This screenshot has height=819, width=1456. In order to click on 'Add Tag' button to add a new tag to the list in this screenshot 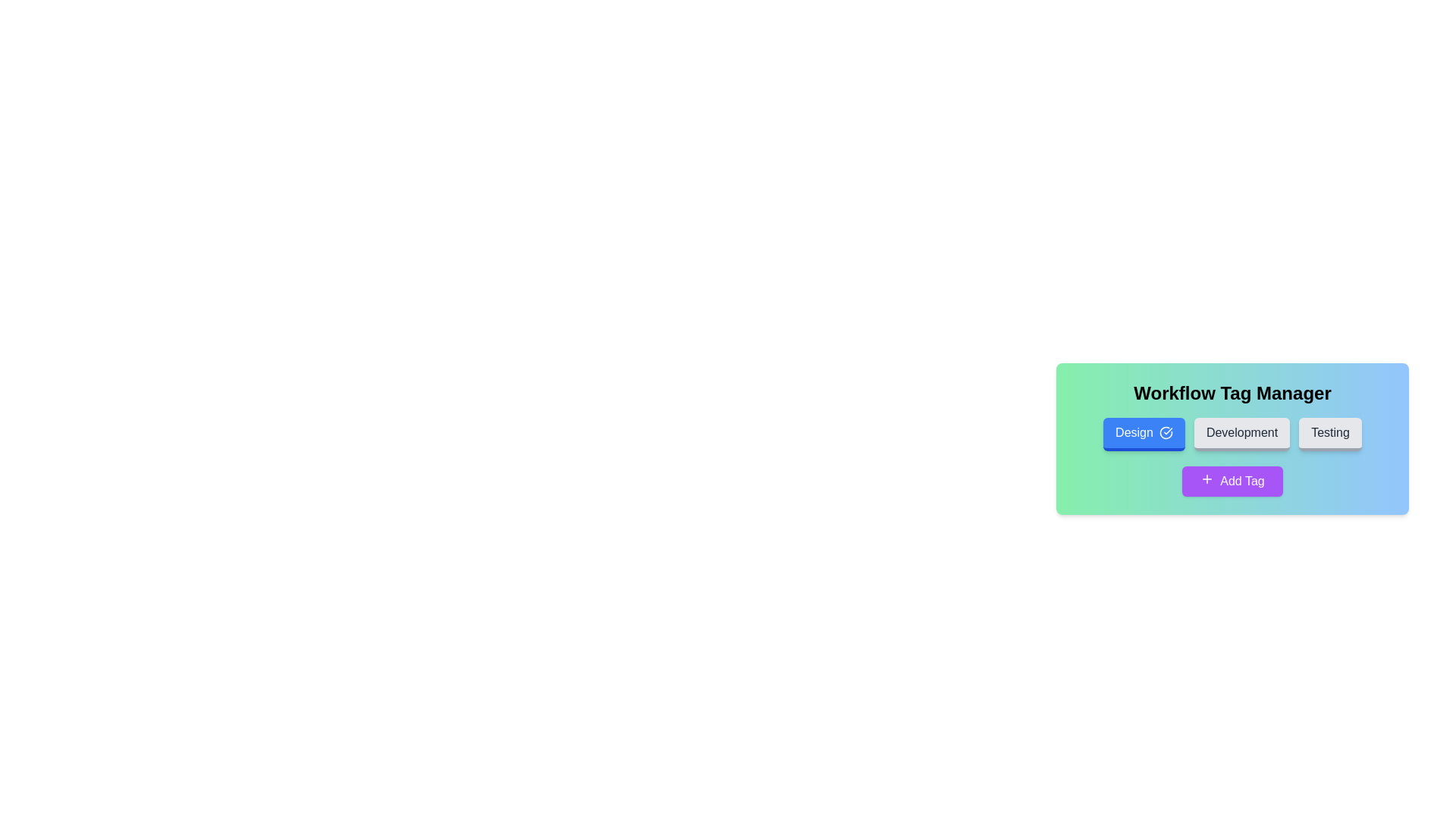, I will do `click(1232, 482)`.